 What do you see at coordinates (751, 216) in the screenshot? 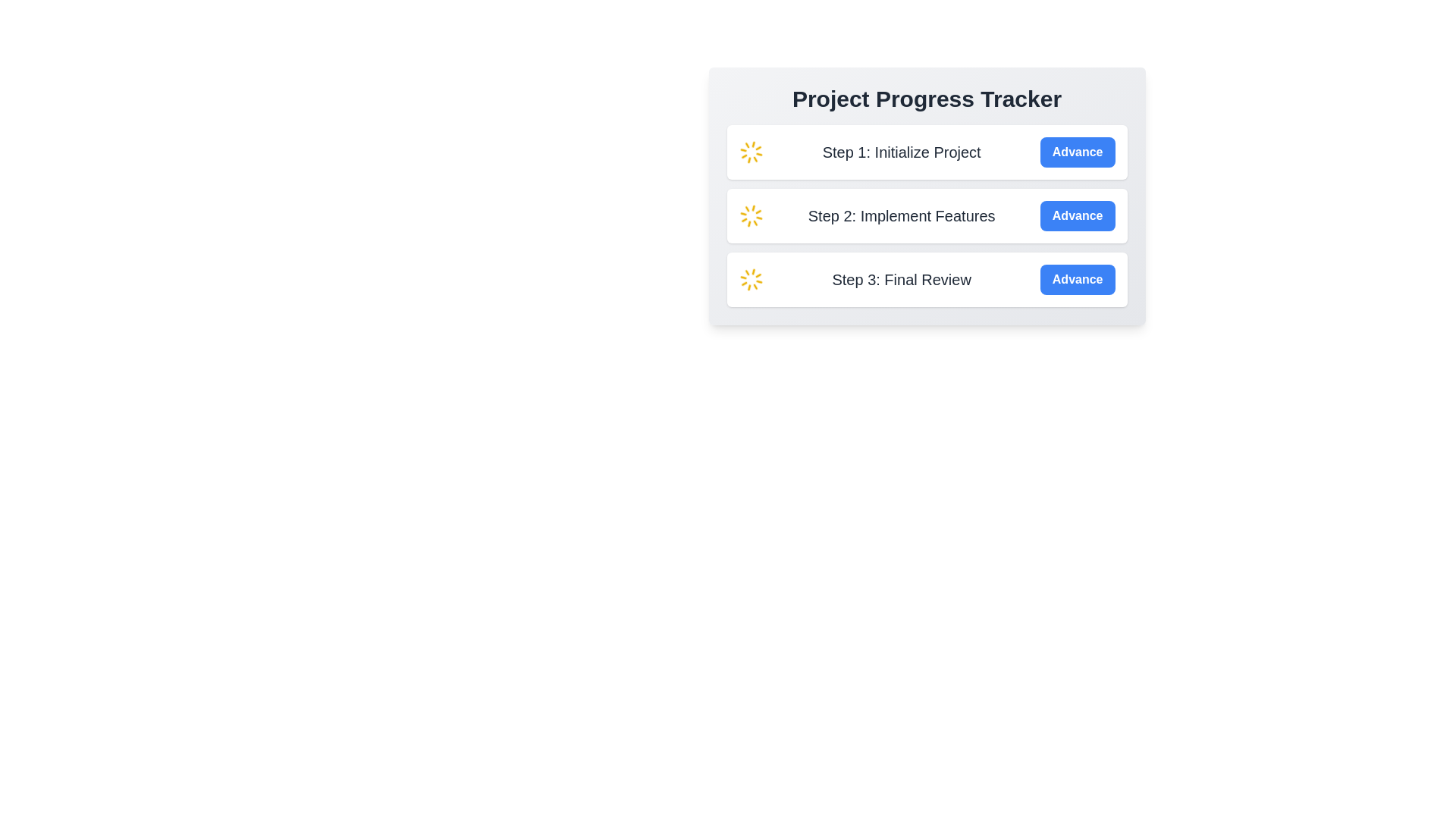
I see `the Loader Animation Icon located in the 'Step 2: Implement Features' section, which indicates the step's progress or an action being processed` at bounding box center [751, 216].